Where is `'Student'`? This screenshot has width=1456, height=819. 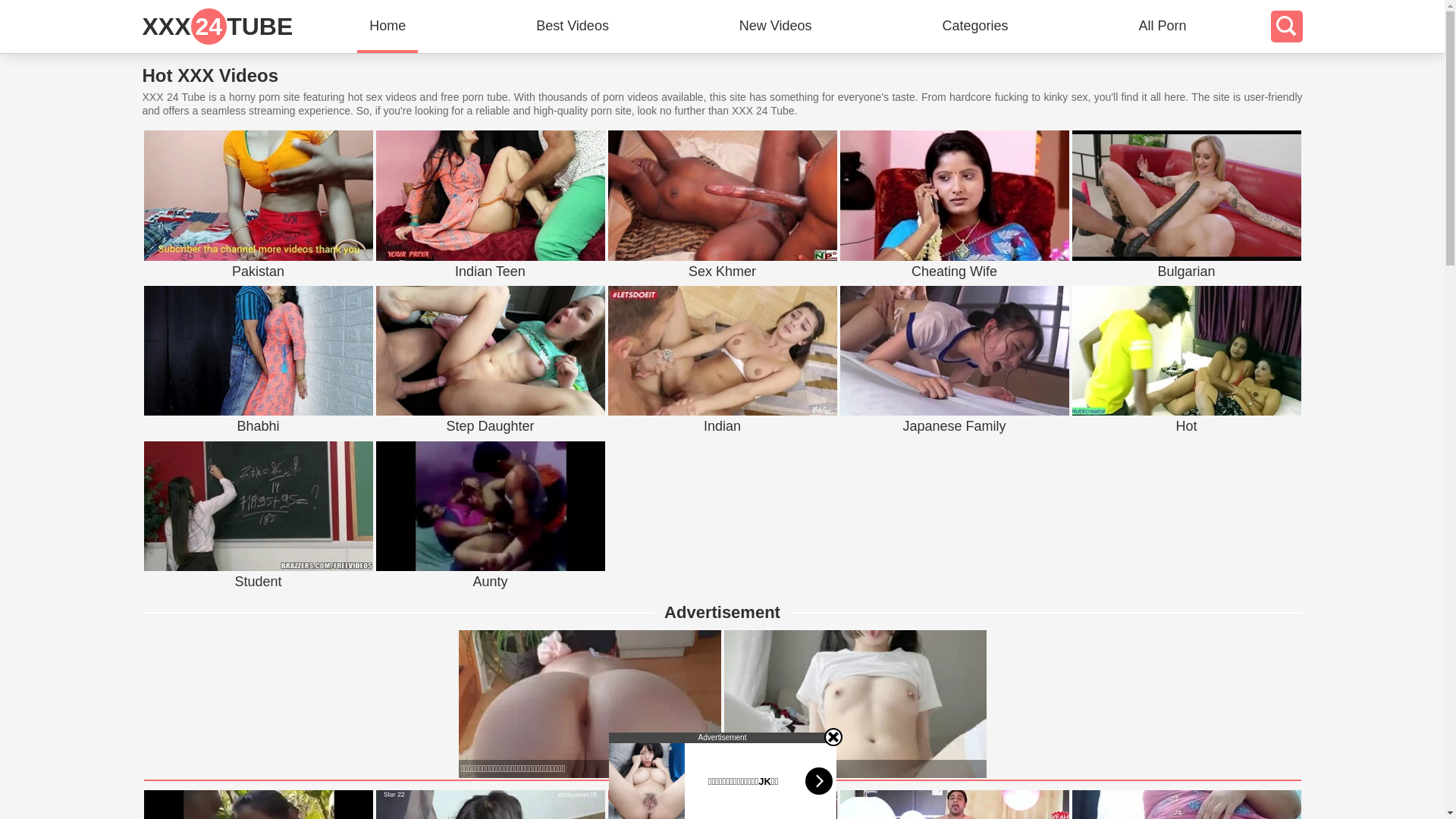 'Student' is located at coordinates (258, 506).